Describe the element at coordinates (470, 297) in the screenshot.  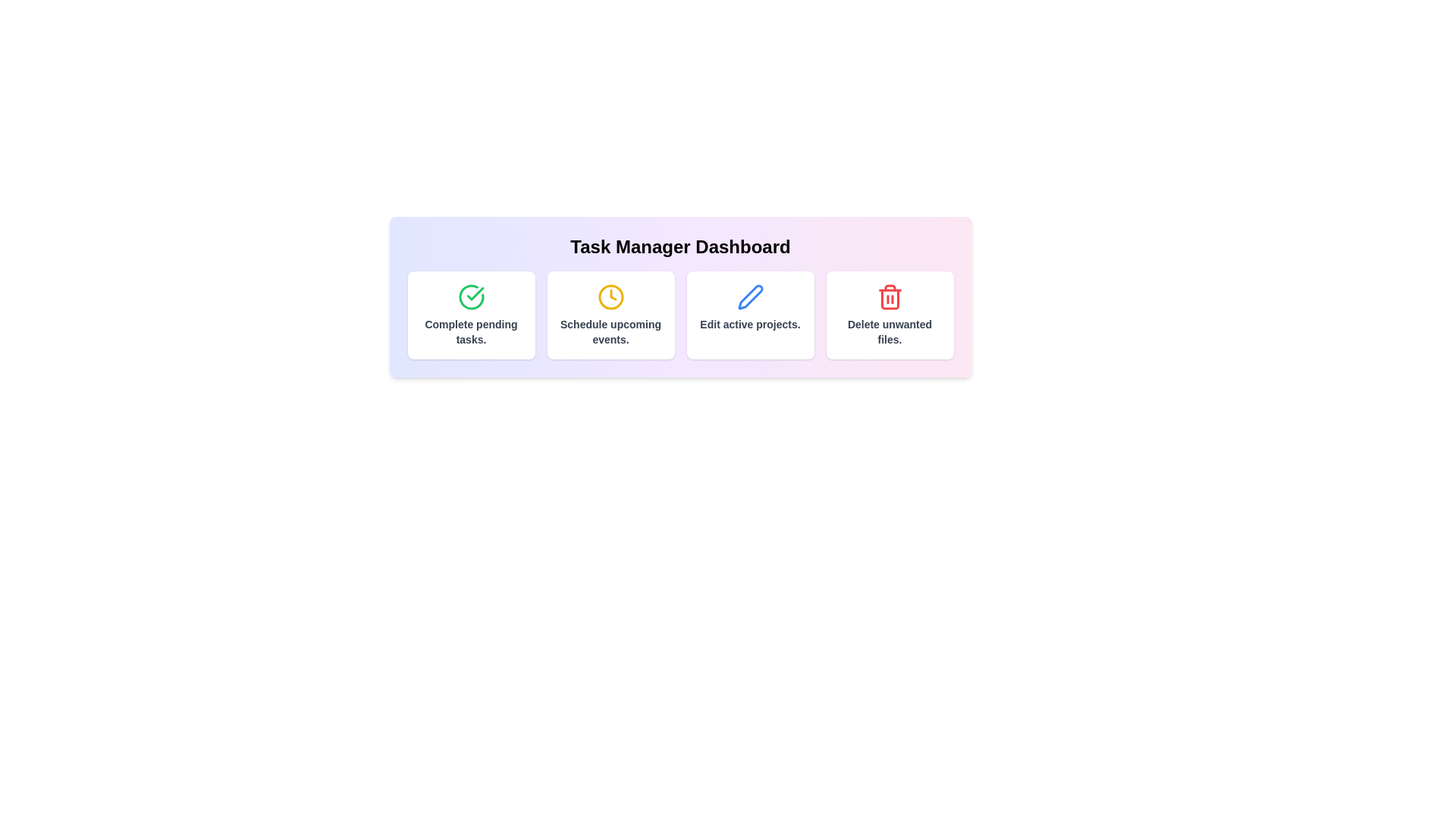
I see `the decorative checkmark icon located at the top of the card labeled 'Complete pending tasks.'` at that location.